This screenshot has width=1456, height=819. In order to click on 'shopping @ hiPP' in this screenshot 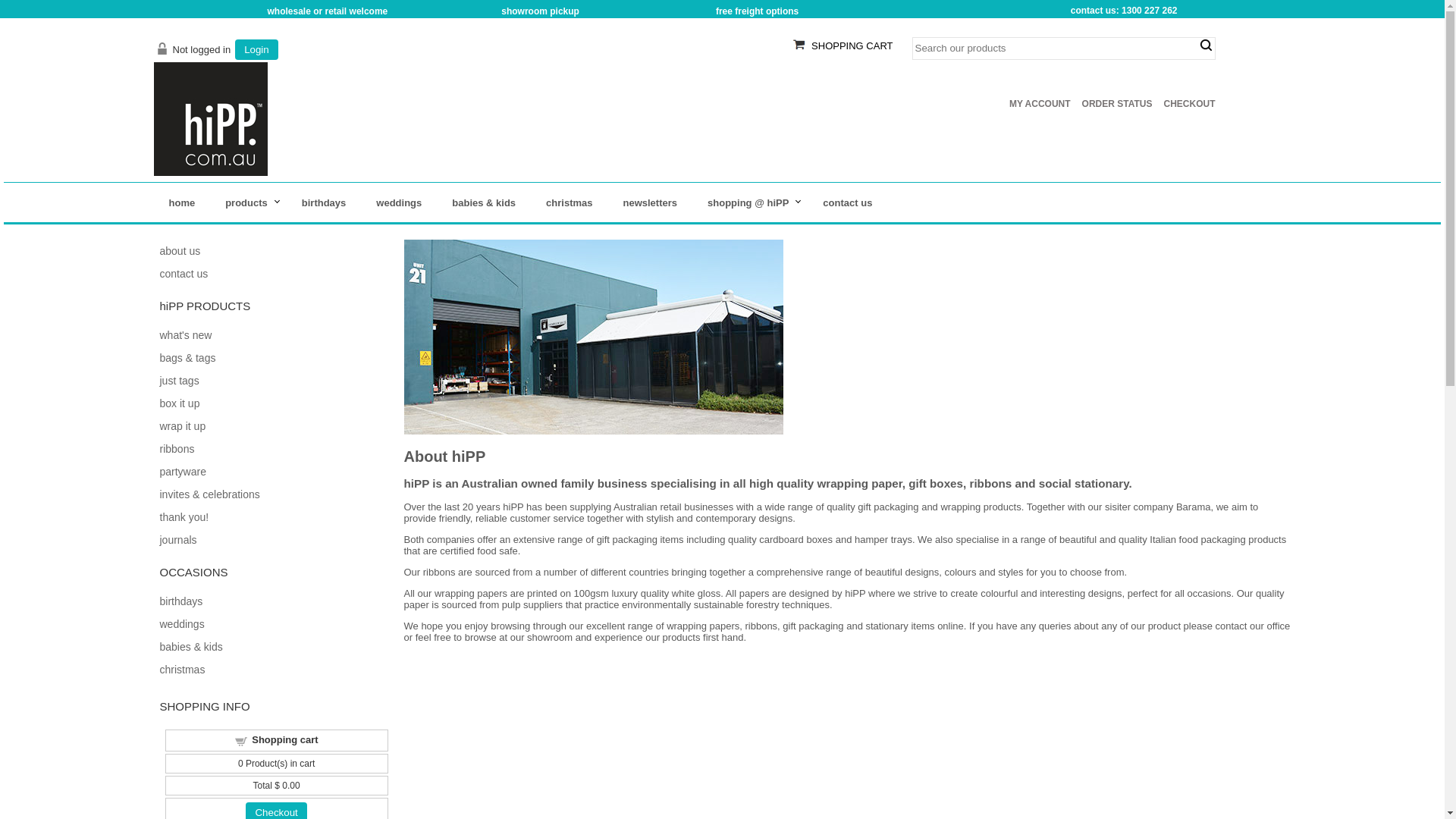, I will do `click(749, 202)`.